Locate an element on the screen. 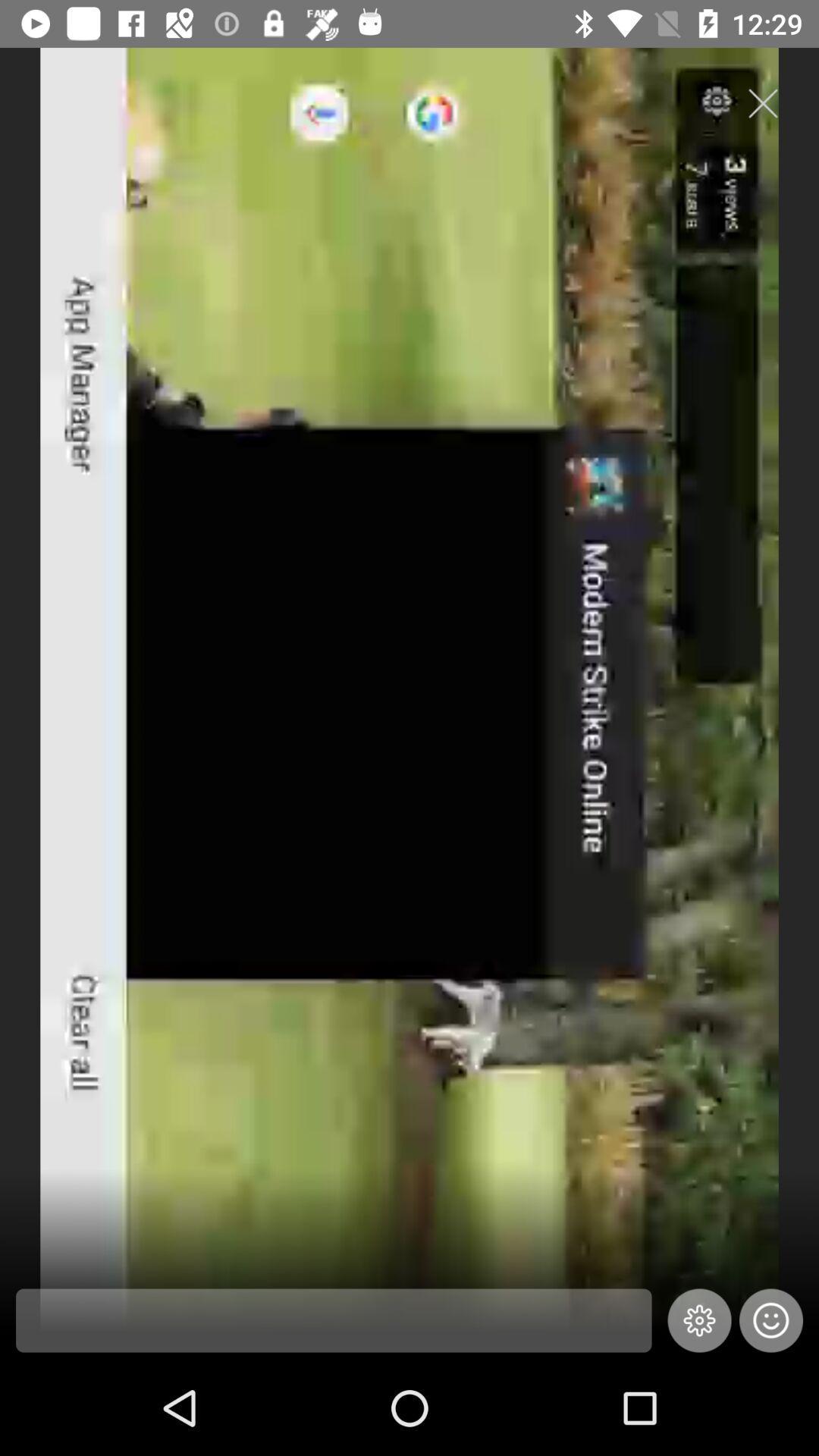 Image resolution: width=819 pixels, height=1456 pixels. the emoji icon is located at coordinates (771, 1319).